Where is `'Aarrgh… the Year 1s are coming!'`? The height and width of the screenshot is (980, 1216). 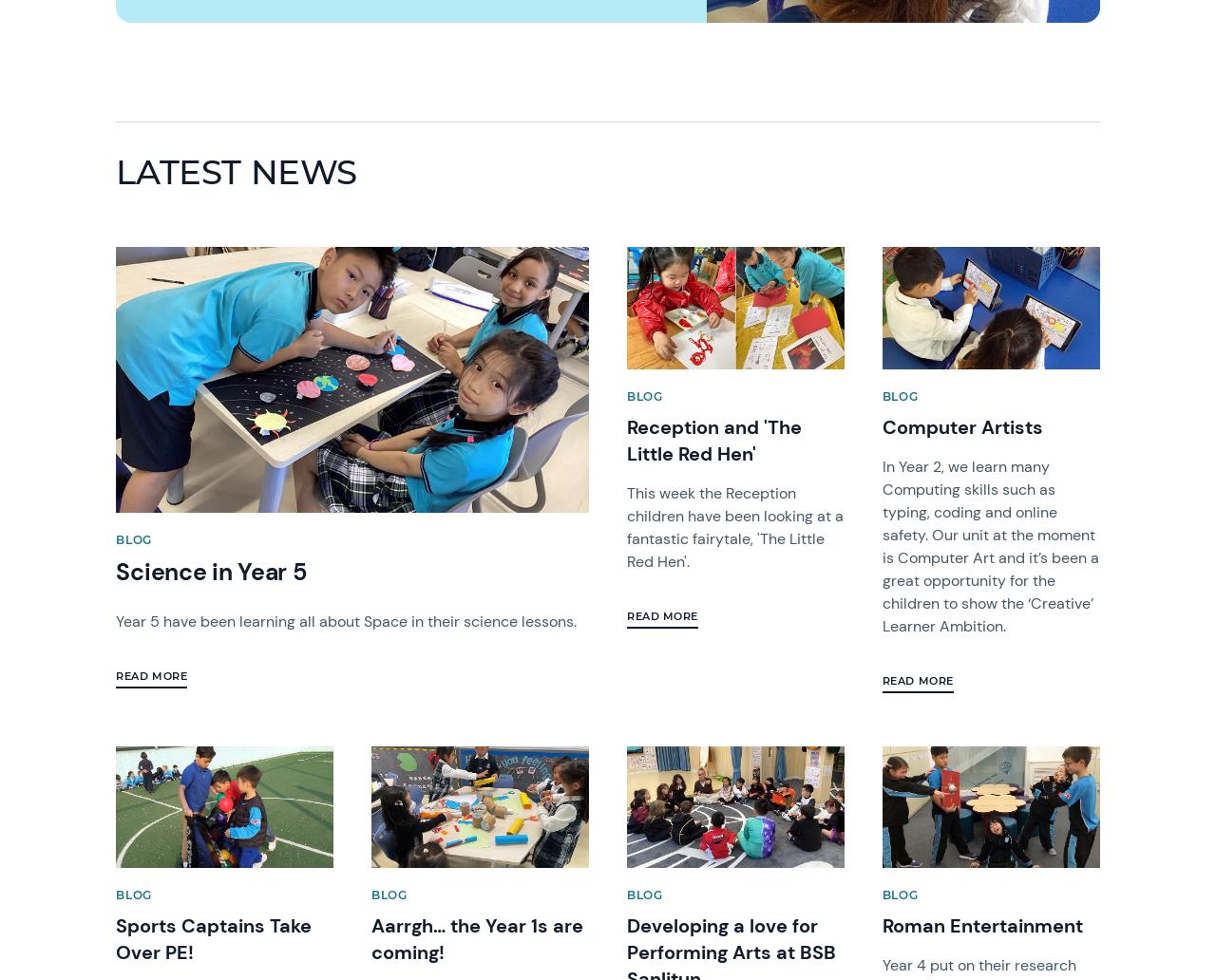 'Aarrgh… the Year 1s are coming!' is located at coordinates (477, 937).